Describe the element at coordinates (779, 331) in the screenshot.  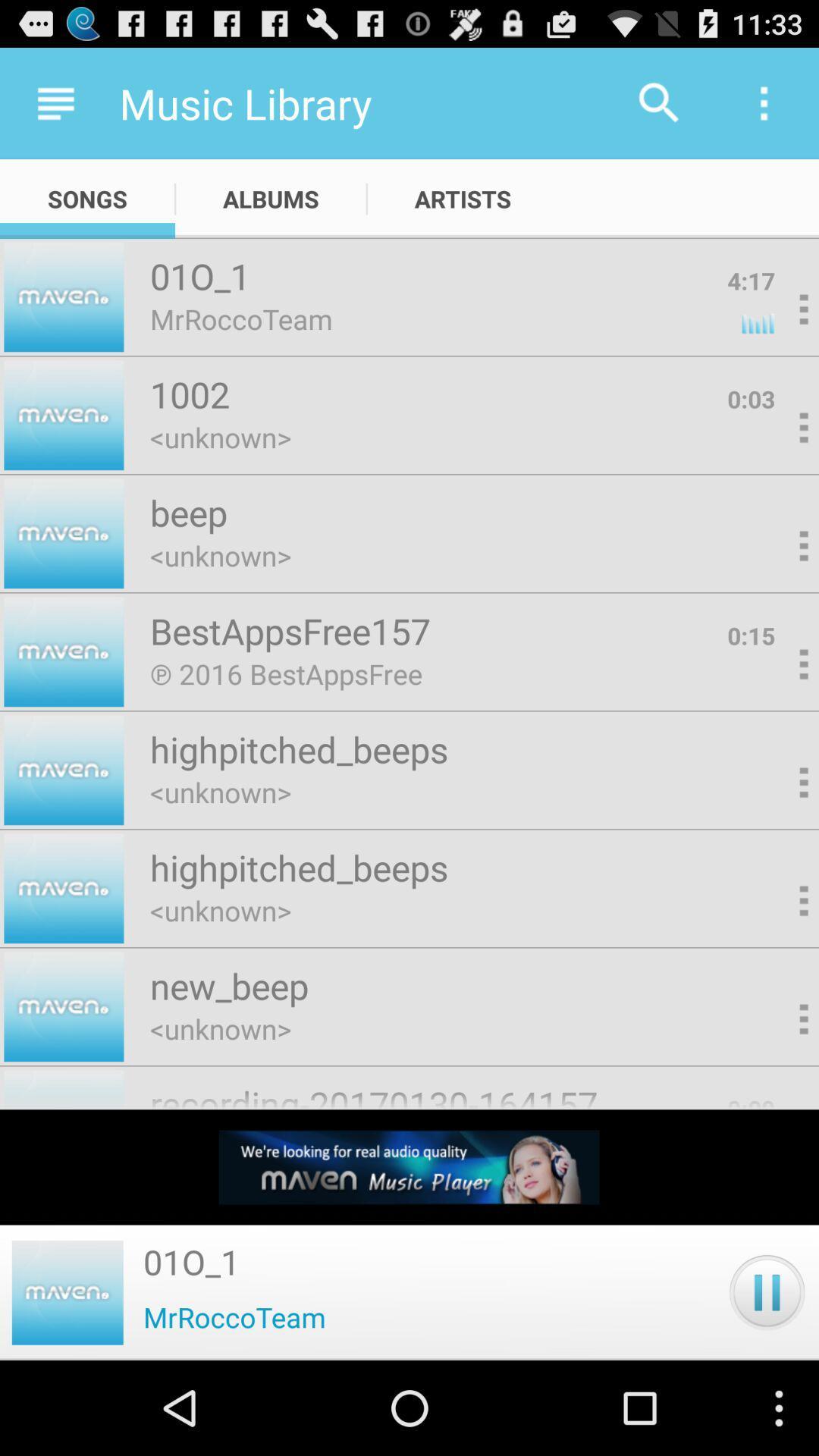
I see `the more icon` at that location.